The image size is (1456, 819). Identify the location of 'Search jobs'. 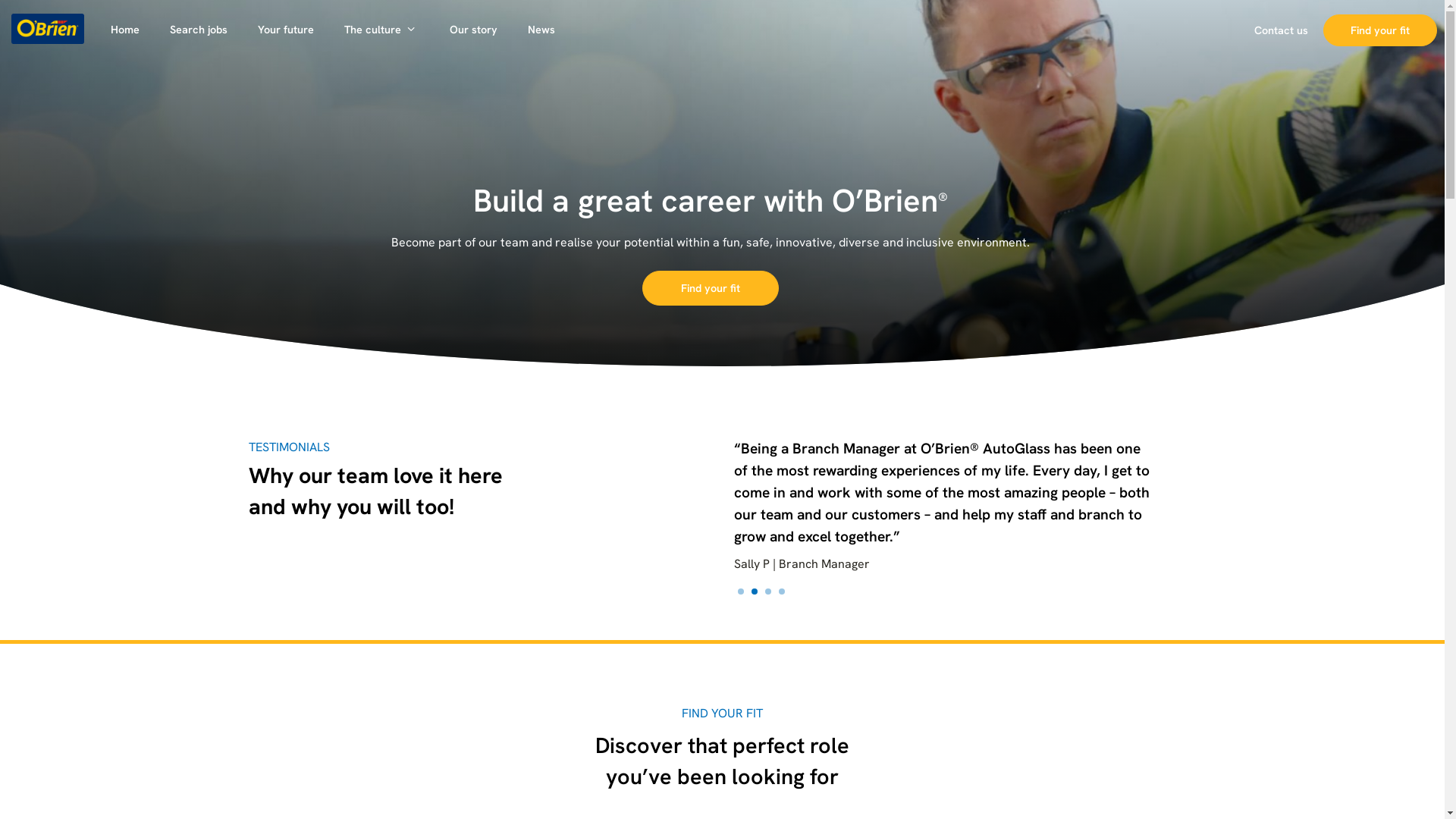
(198, 30).